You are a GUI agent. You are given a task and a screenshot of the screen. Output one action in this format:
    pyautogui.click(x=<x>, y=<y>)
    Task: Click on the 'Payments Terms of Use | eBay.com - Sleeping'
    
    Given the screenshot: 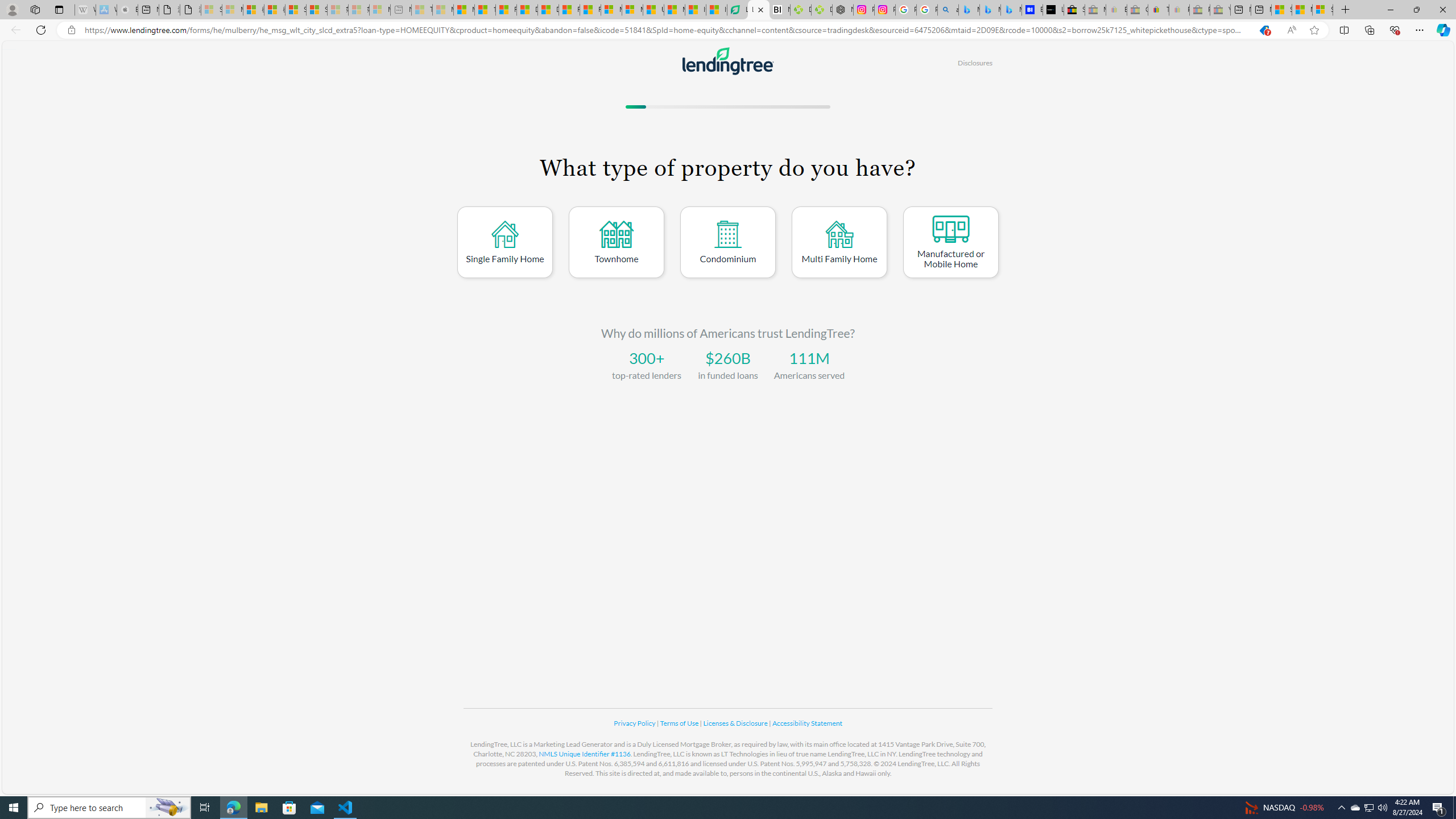 What is the action you would take?
    pyautogui.click(x=1178, y=9)
    